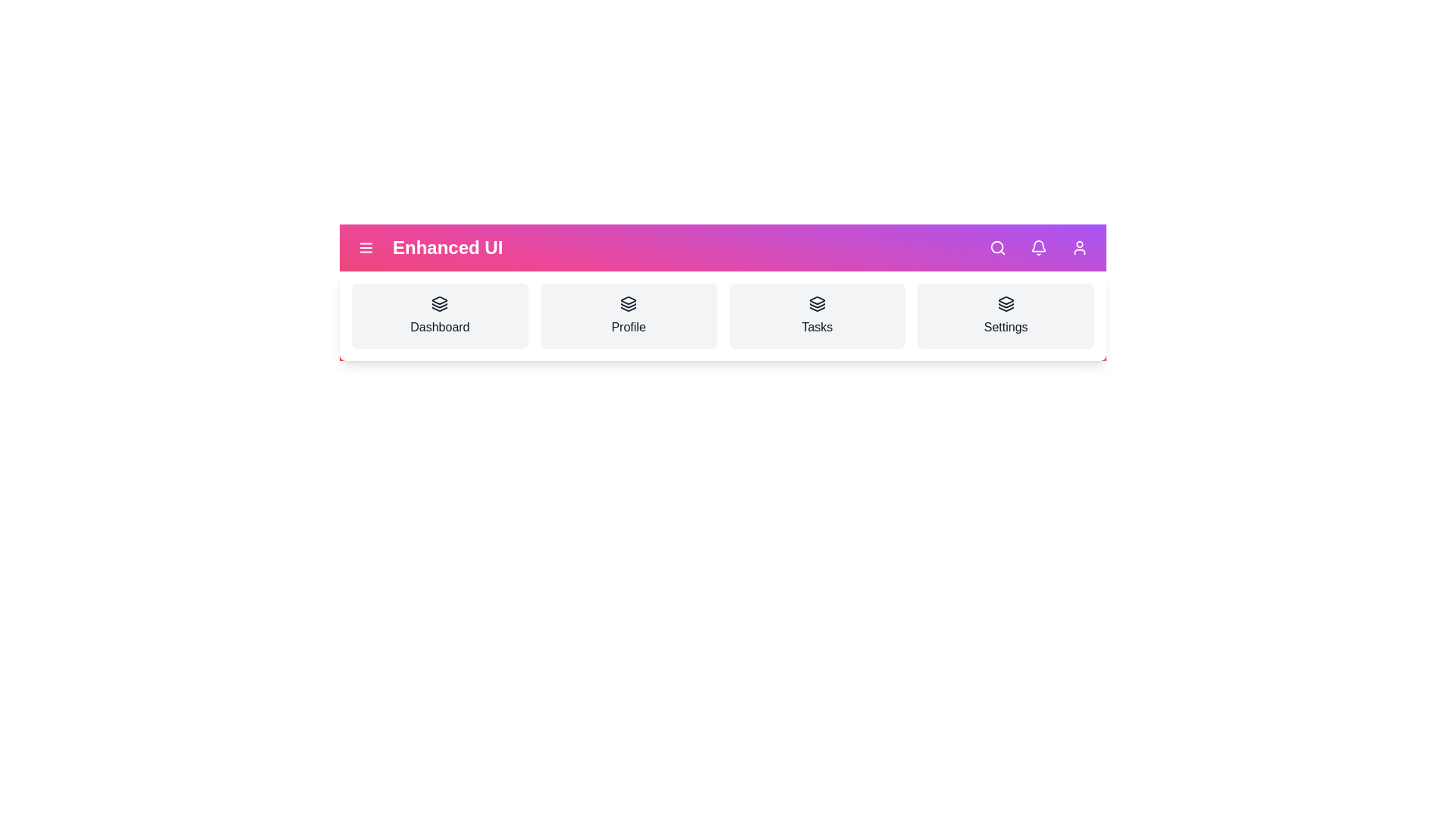 The height and width of the screenshot is (819, 1456). I want to click on the interactive element settings_link, so click(1005, 315).